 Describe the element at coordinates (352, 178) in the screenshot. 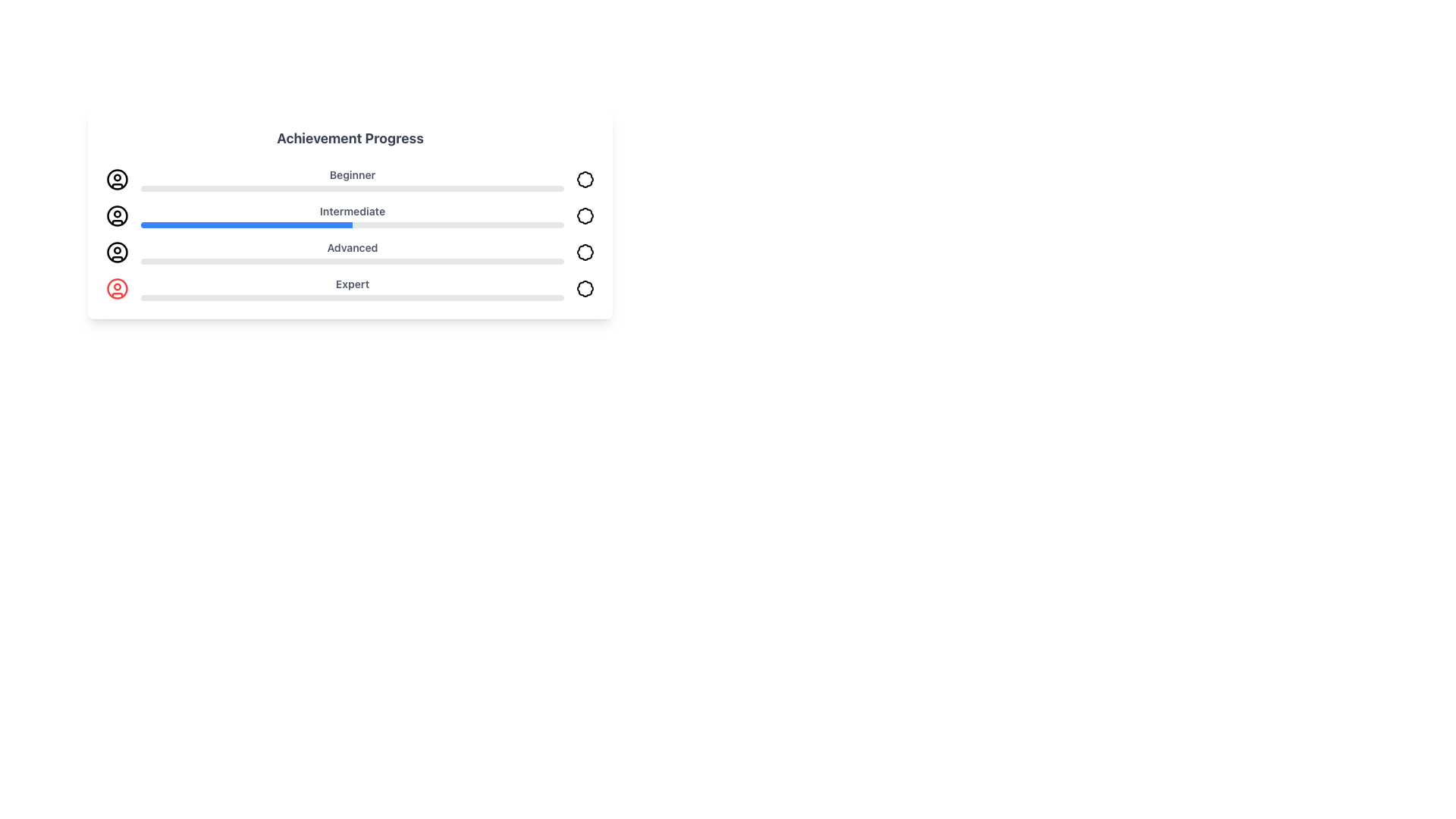

I see `the text label displaying 'Beginner' in a smaller bold gray font, located centrally in the first item of the vertically aligned selection list` at that location.